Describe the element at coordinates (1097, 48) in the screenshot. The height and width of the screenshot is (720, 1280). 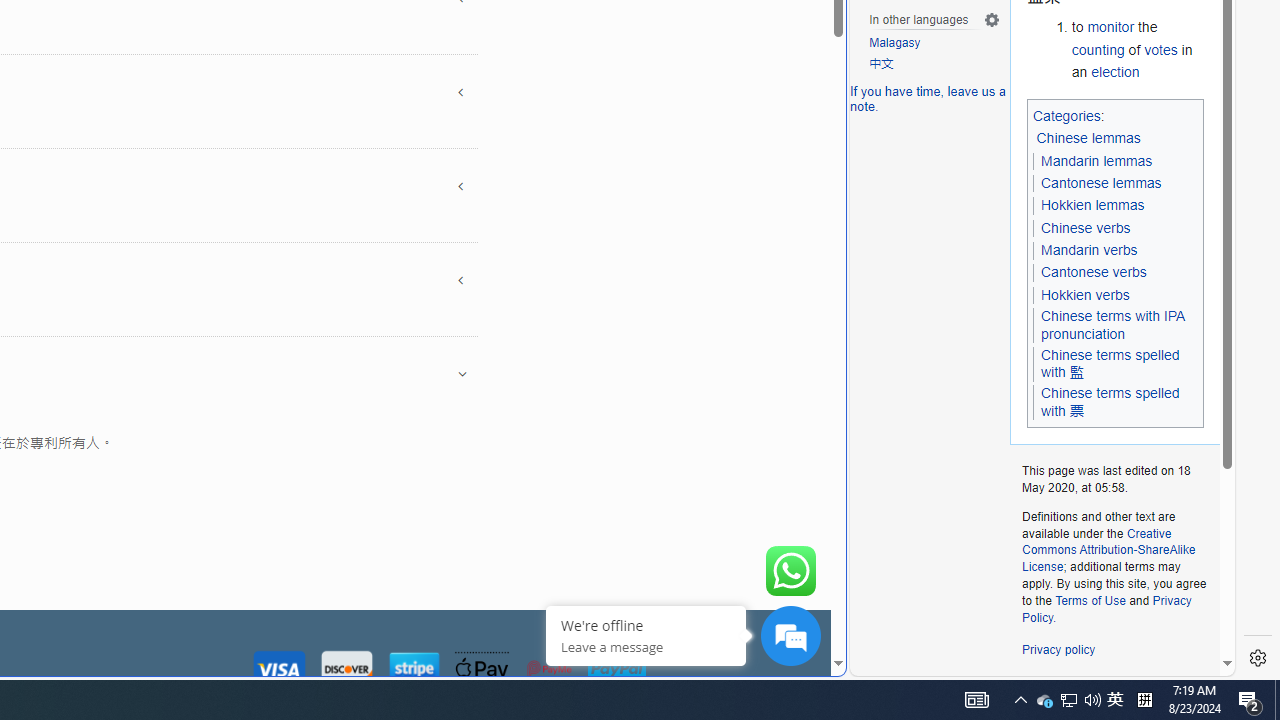
I see `'counting'` at that location.